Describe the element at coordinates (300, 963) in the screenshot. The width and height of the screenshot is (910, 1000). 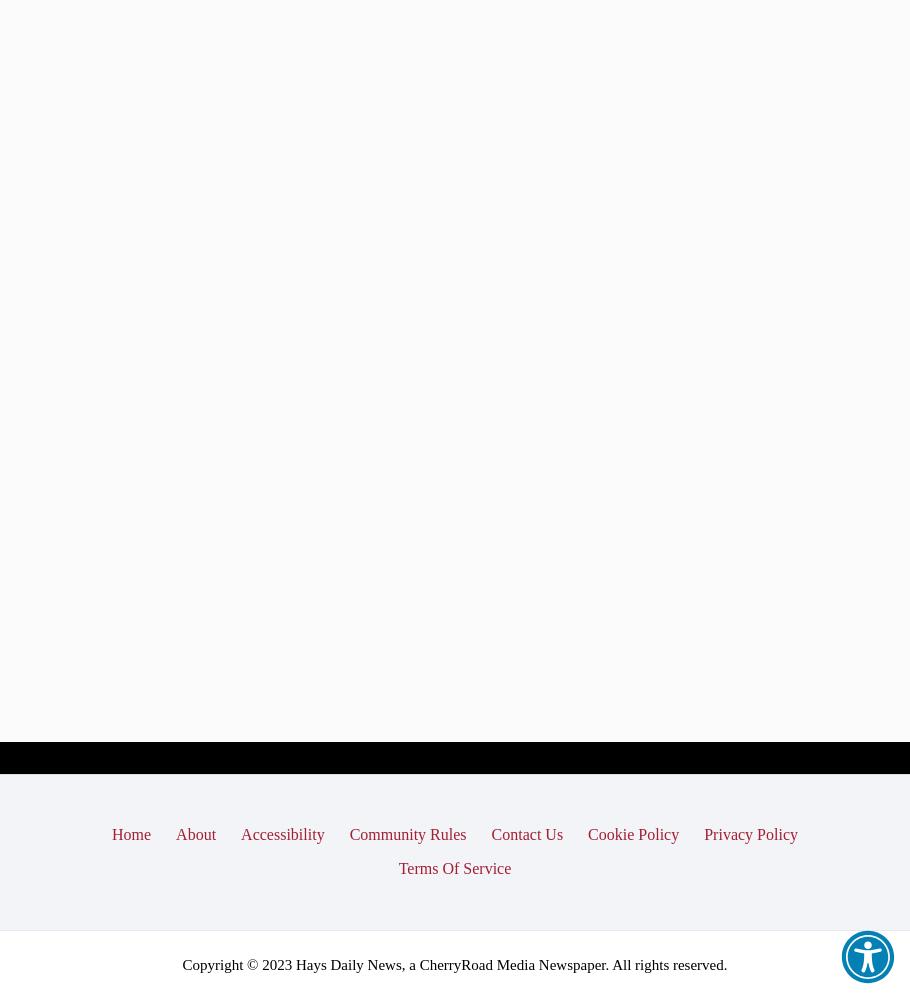
I see `'Copyright © 2023 Hays Daily News, a'` at that location.